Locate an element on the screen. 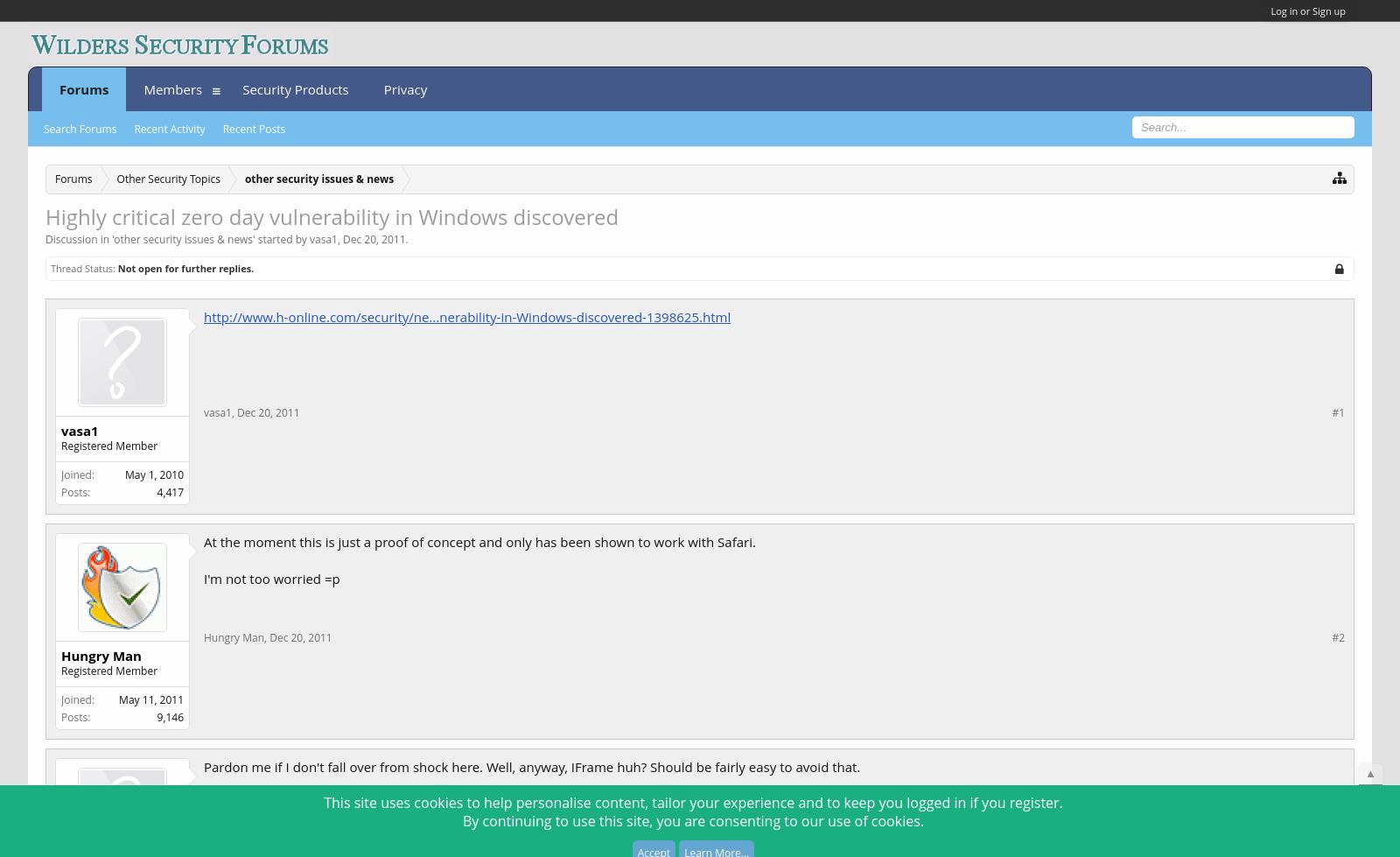 Image resolution: width=1400 pixels, height=857 pixels. '4,417' is located at coordinates (169, 490).